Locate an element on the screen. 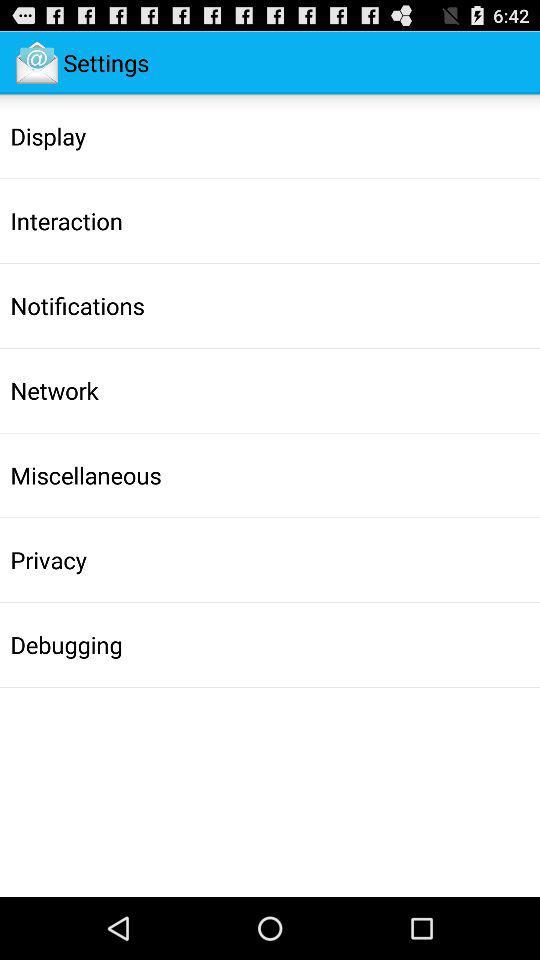 Image resolution: width=540 pixels, height=960 pixels. the privacy is located at coordinates (48, 560).